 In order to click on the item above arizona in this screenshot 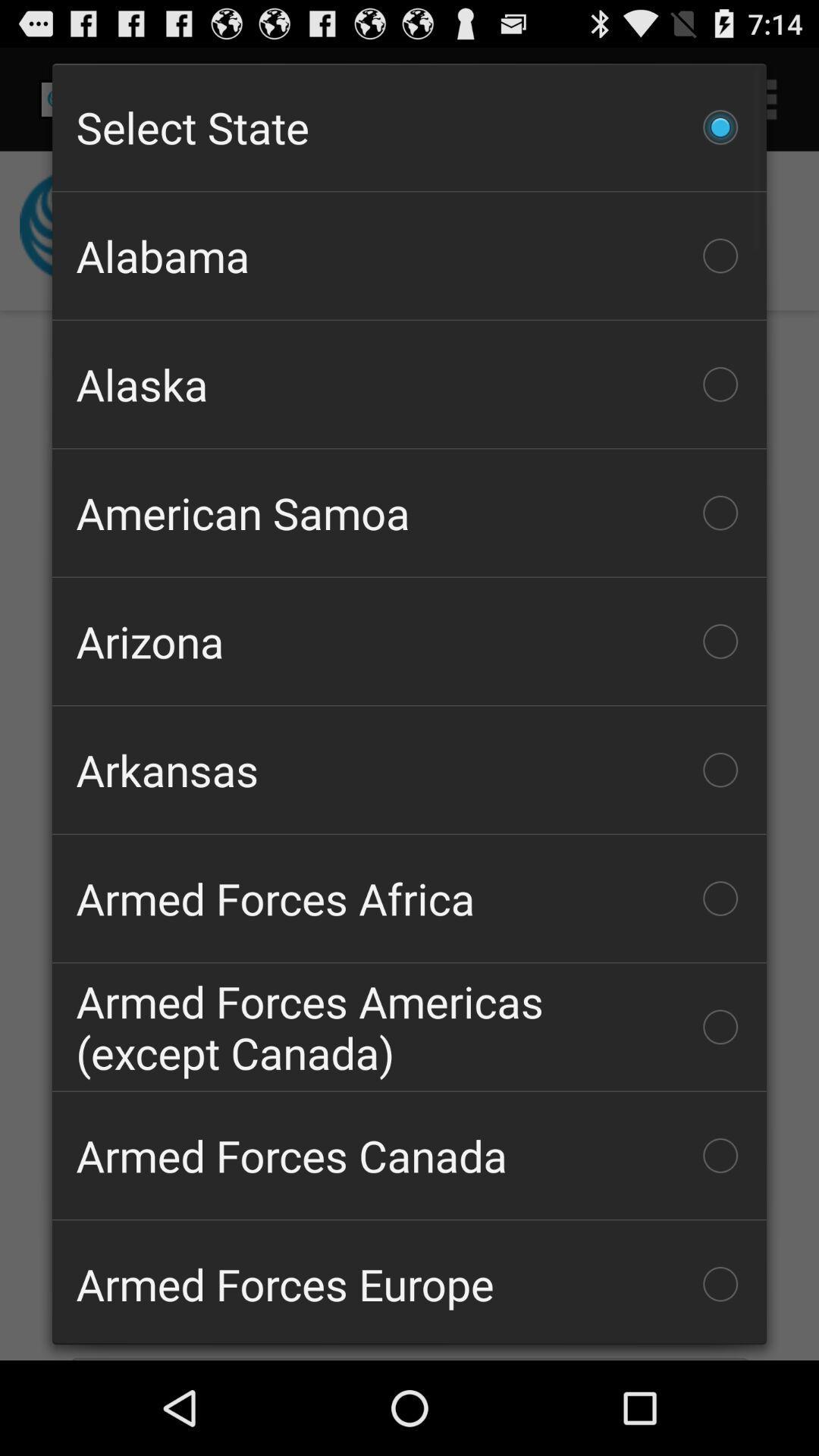, I will do `click(409, 513)`.